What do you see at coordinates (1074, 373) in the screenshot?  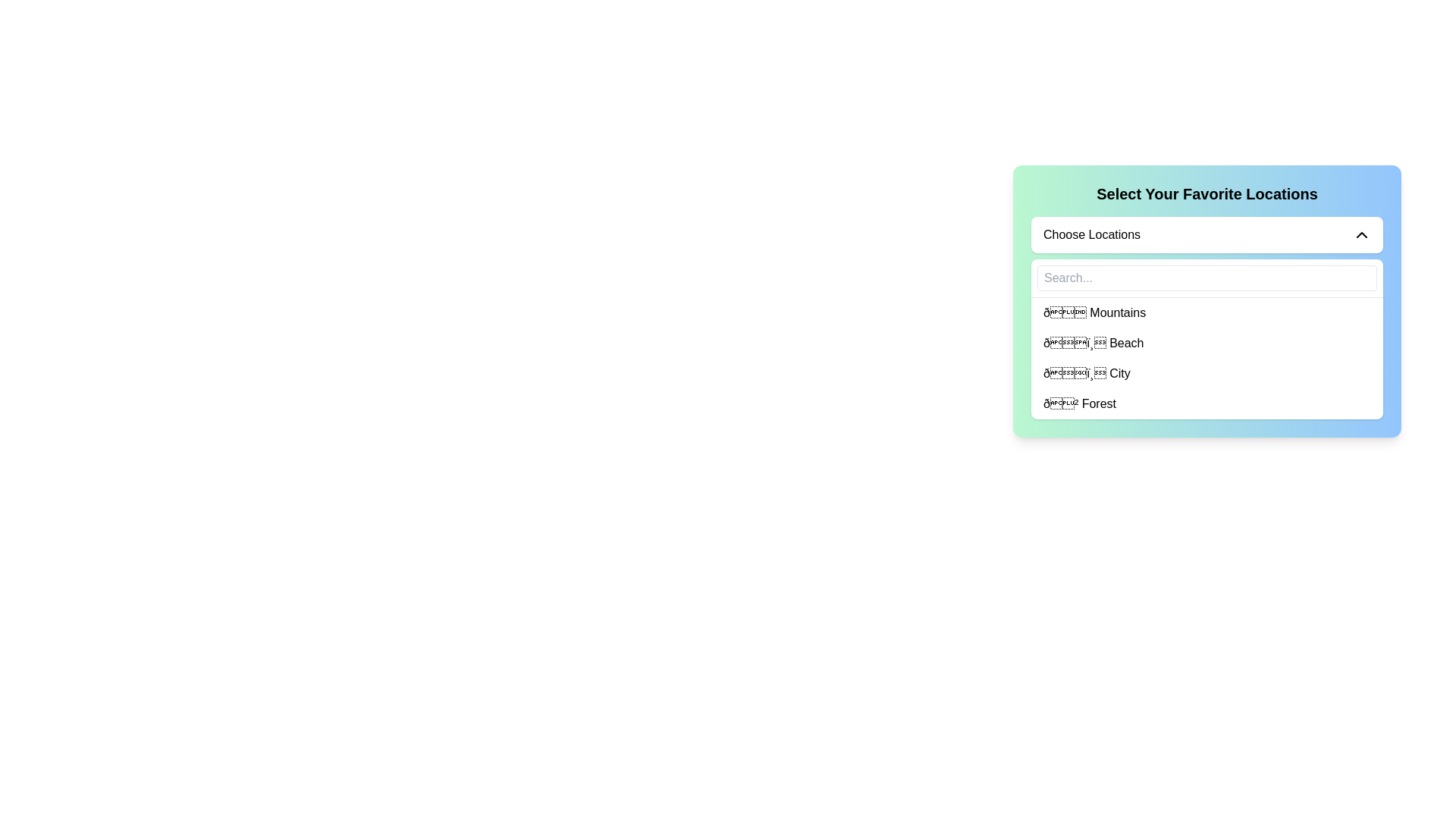 I see `the city emoji icon located to the left of the 'City' label in the 'Select Your Favorite Locations' modal popup` at bounding box center [1074, 373].